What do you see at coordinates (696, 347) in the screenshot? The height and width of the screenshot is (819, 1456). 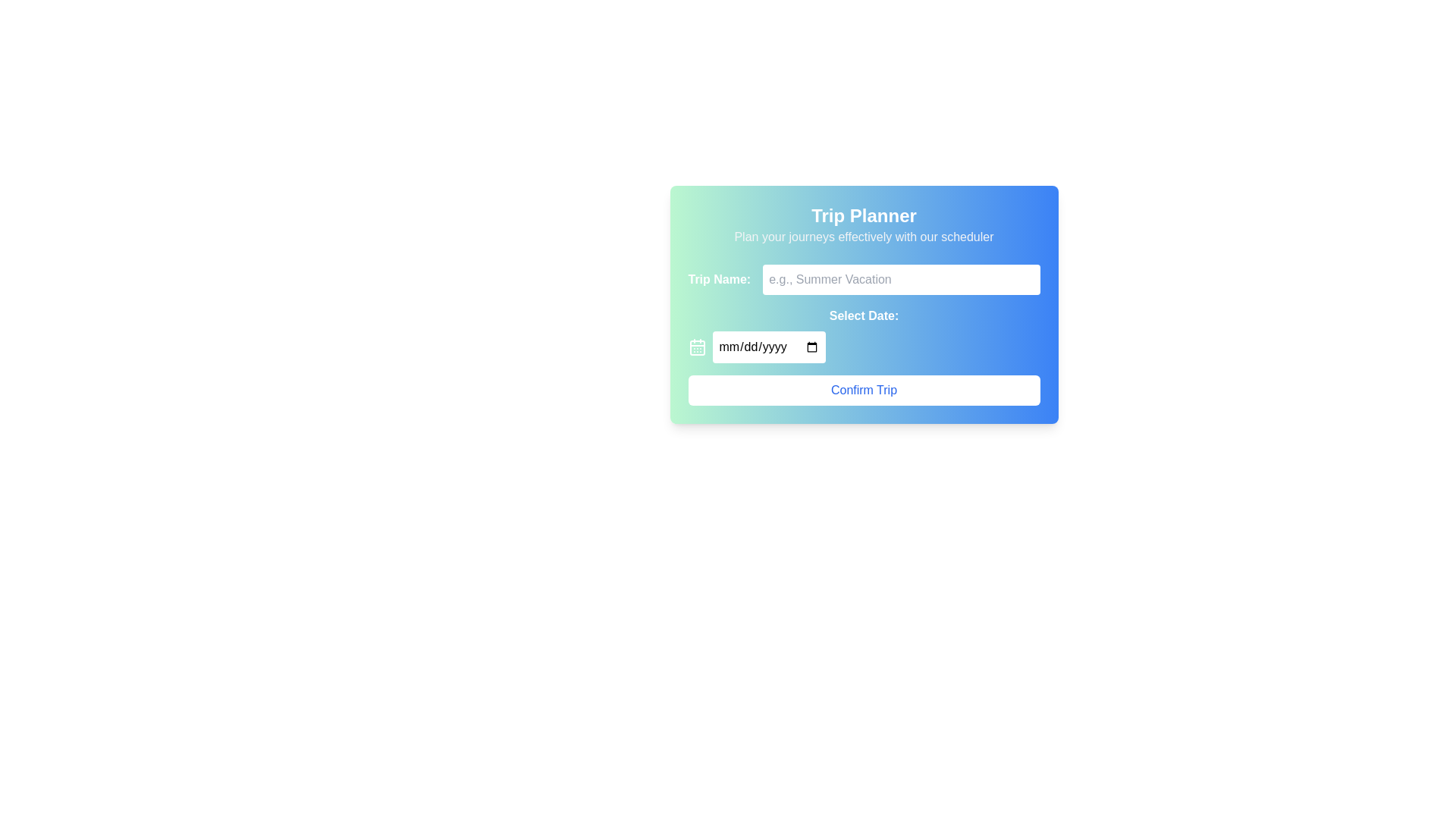 I see `the minimalist white calendar icon with rounded corners` at bounding box center [696, 347].